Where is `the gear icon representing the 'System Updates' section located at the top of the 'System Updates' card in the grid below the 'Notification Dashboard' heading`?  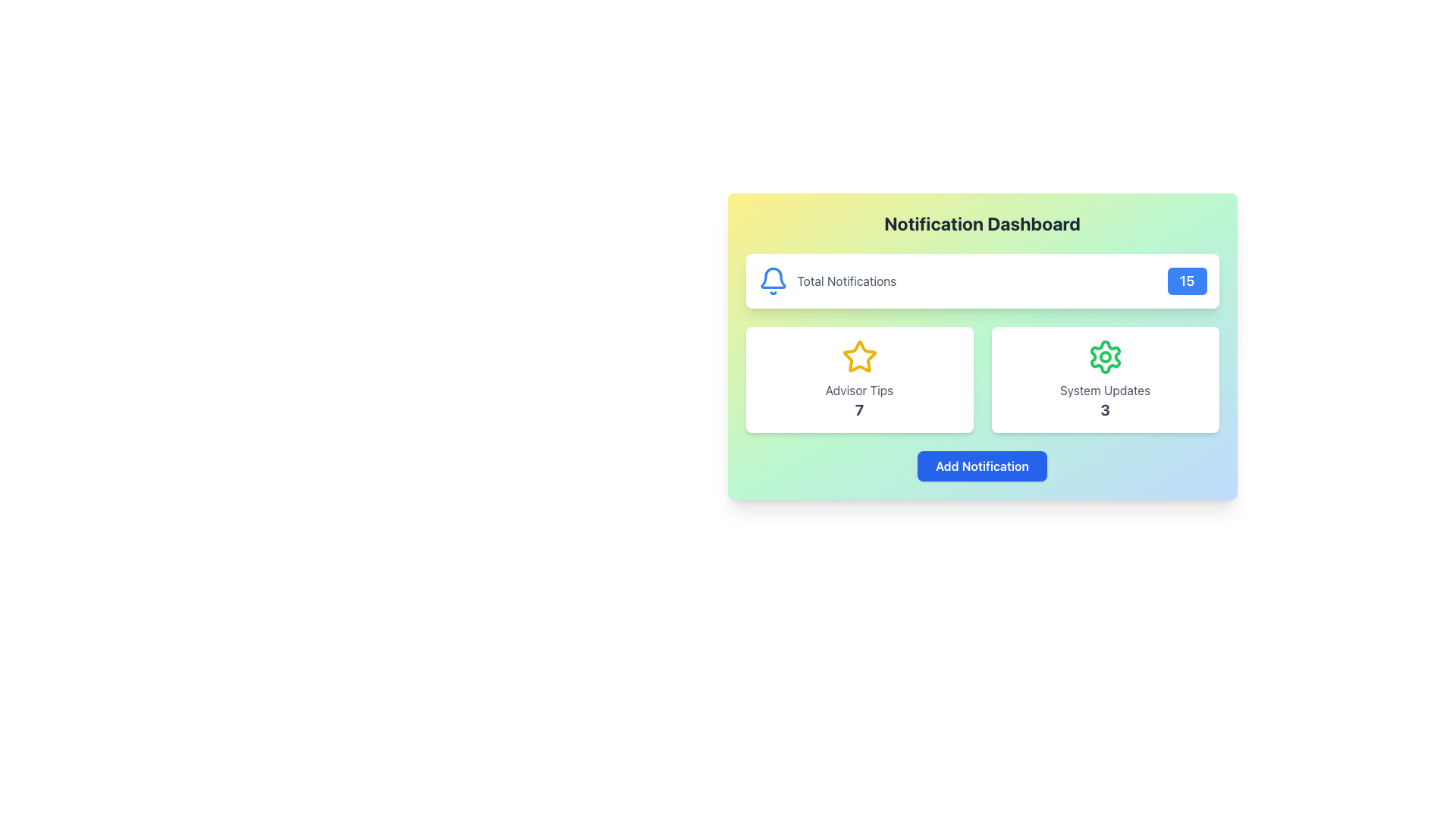
the gear icon representing the 'System Updates' section located at the top of the 'System Updates' card in the grid below the 'Notification Dashboard' heading is located at coordinates (1105, 356).